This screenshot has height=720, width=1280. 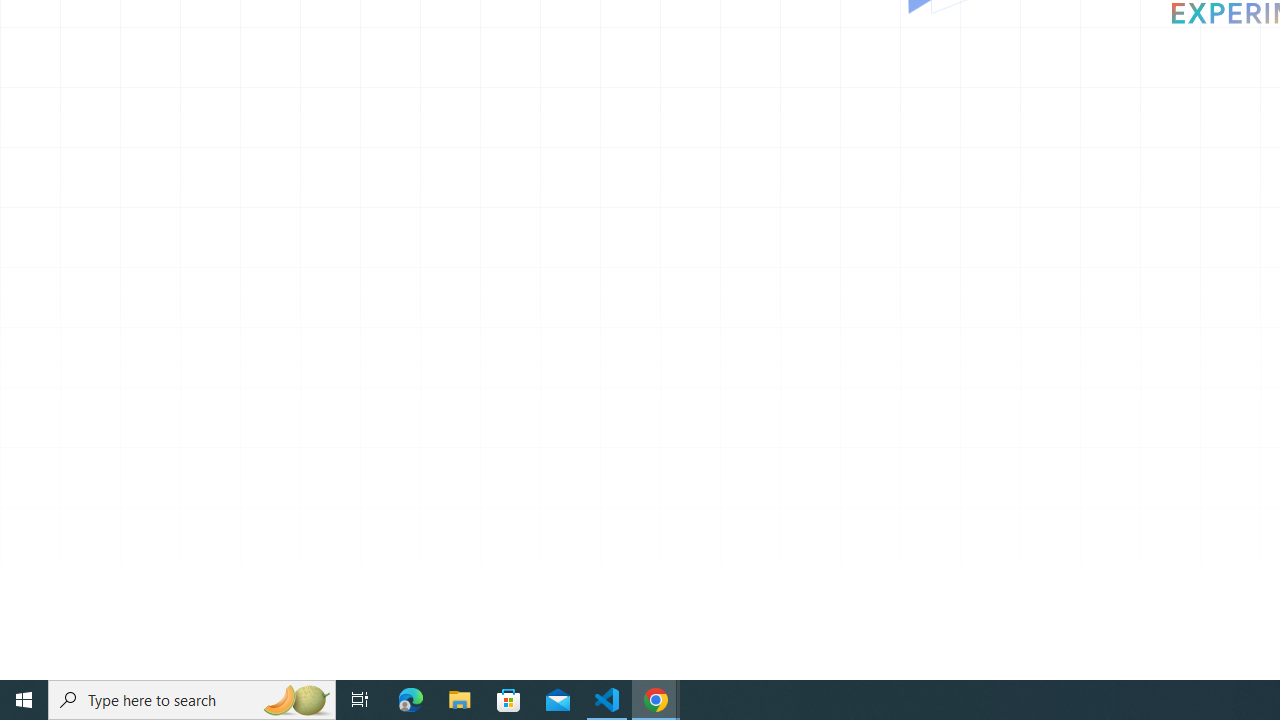 I want to click on 'Type here to search', so click(x=192, y=698).